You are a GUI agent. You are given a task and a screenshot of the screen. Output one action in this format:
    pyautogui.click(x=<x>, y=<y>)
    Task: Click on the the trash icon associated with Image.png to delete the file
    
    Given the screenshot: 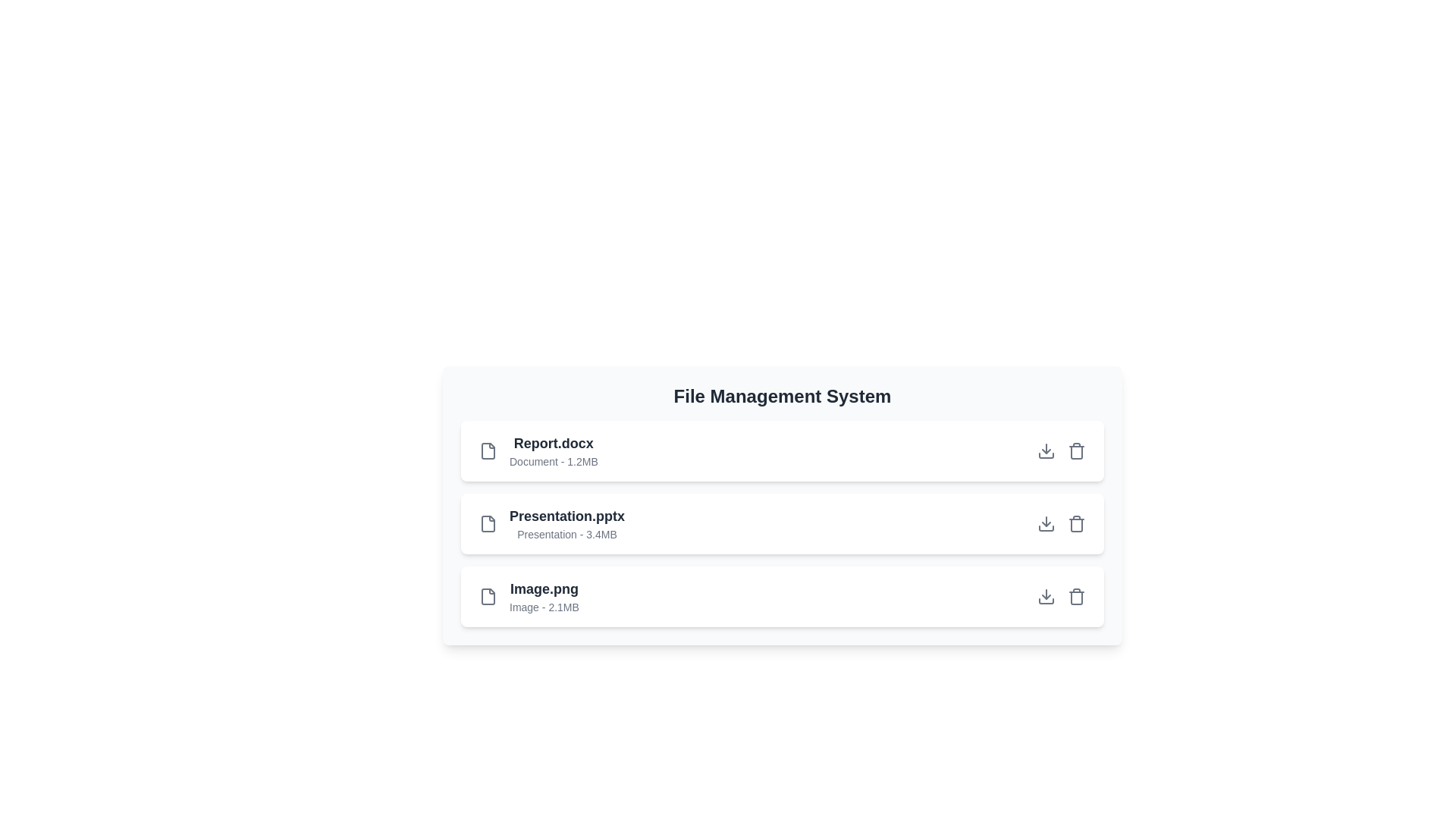 What is the action you would take?
    pyautogui.click(x=1076, y=595)
    